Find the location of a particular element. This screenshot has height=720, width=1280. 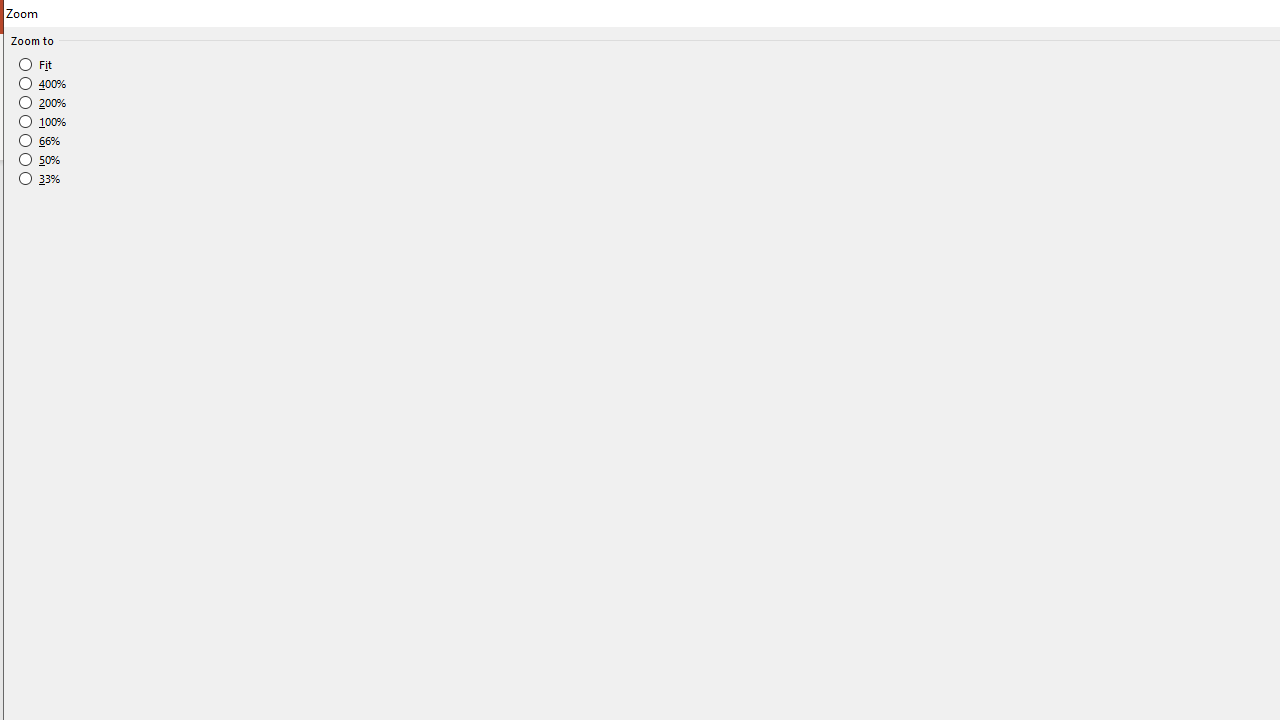

'Fit' is located at coordinates (36, 63).